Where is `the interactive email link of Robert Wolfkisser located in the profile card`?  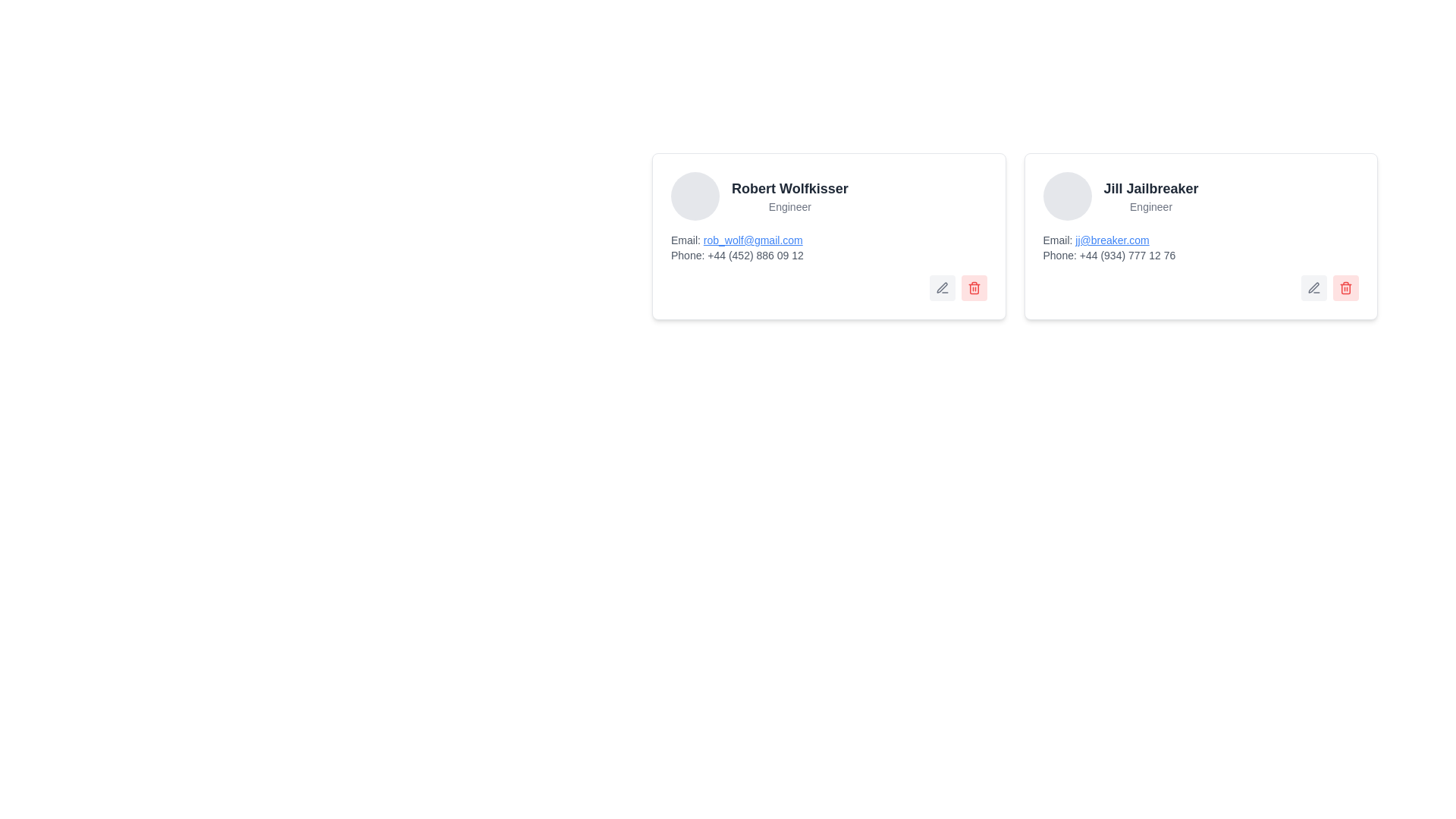 the interactive email link of Robert Wolfkisser located in the profile card is located at coordinates (828, 239).